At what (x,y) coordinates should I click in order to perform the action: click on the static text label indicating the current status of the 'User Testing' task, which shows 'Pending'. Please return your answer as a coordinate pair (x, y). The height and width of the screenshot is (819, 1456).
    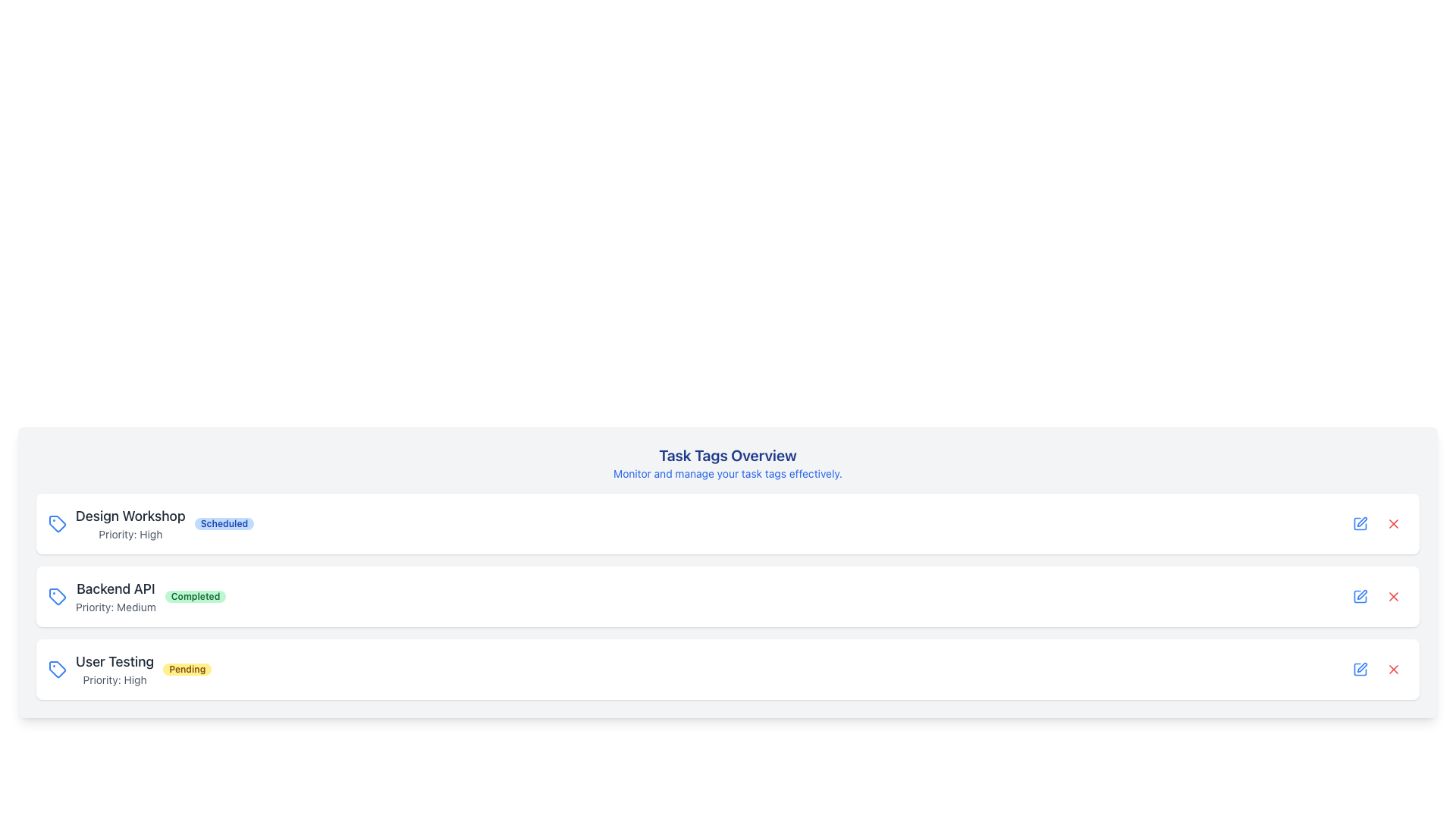
    Looking at the image, I should click on (187, 669).